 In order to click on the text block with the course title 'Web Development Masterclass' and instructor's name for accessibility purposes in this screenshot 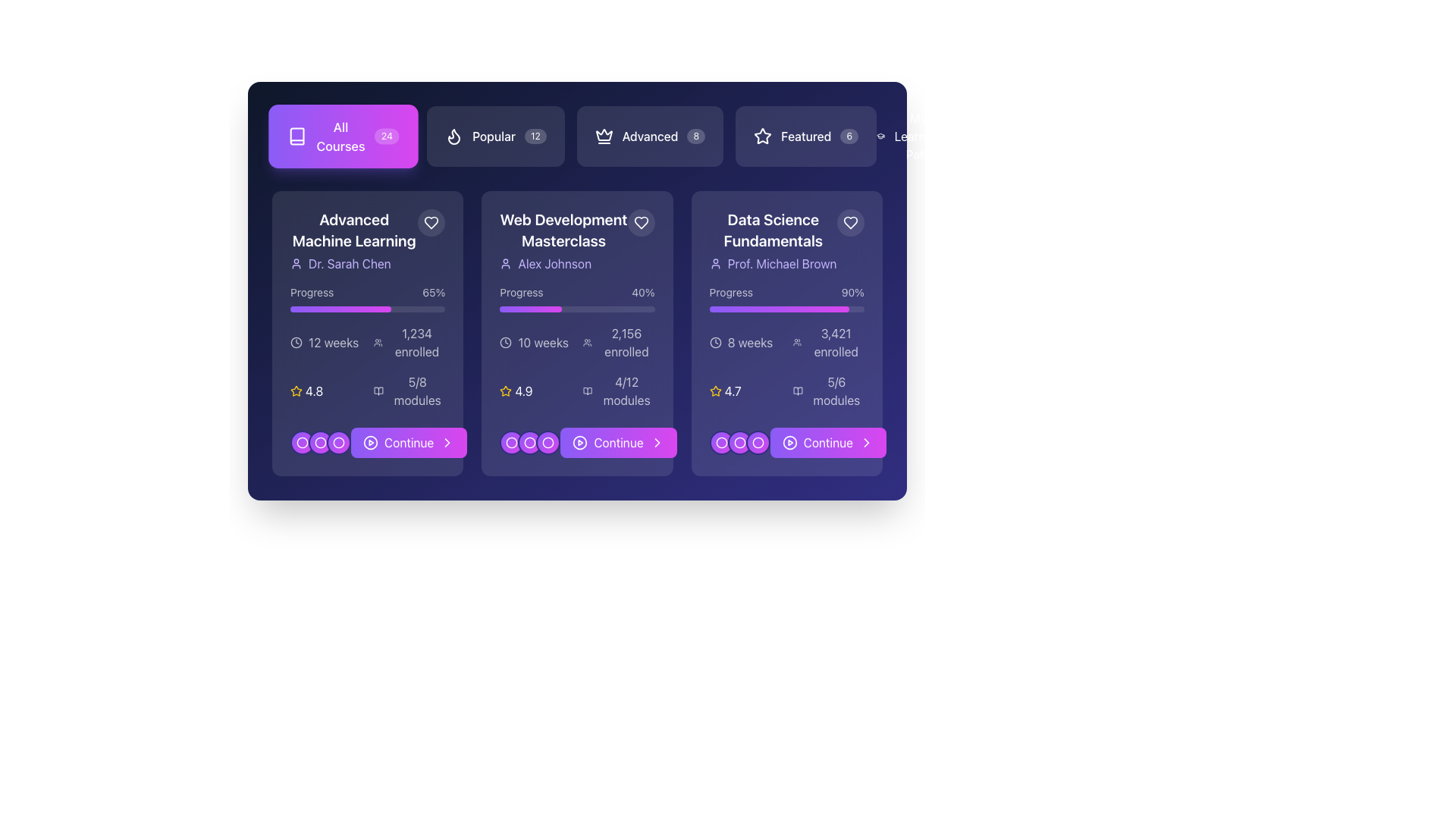, I will do `click(576, 240)`.